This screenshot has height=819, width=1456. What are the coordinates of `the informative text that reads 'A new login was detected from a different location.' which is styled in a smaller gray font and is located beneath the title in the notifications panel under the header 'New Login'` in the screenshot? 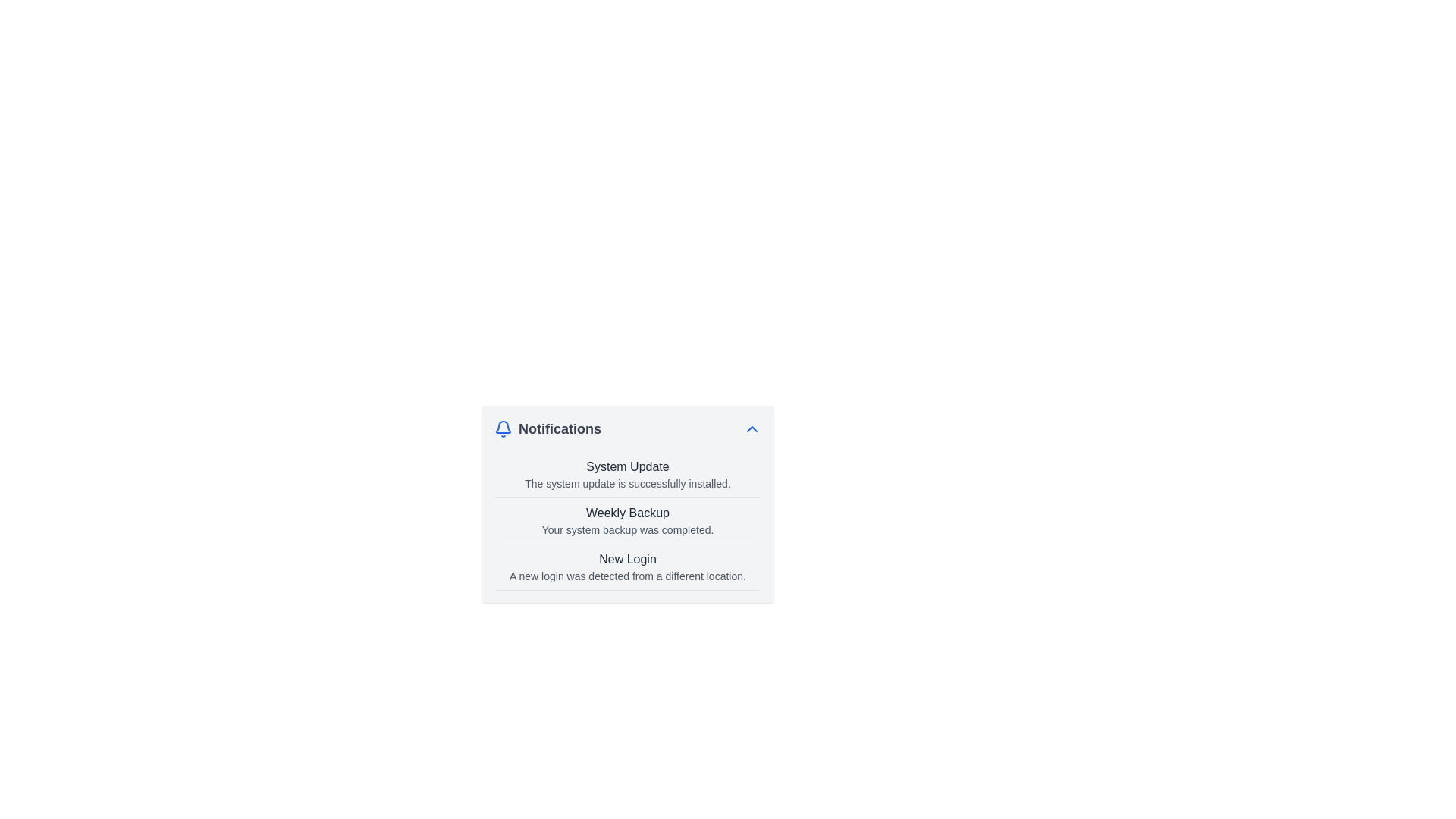 It's located at (628, 576).